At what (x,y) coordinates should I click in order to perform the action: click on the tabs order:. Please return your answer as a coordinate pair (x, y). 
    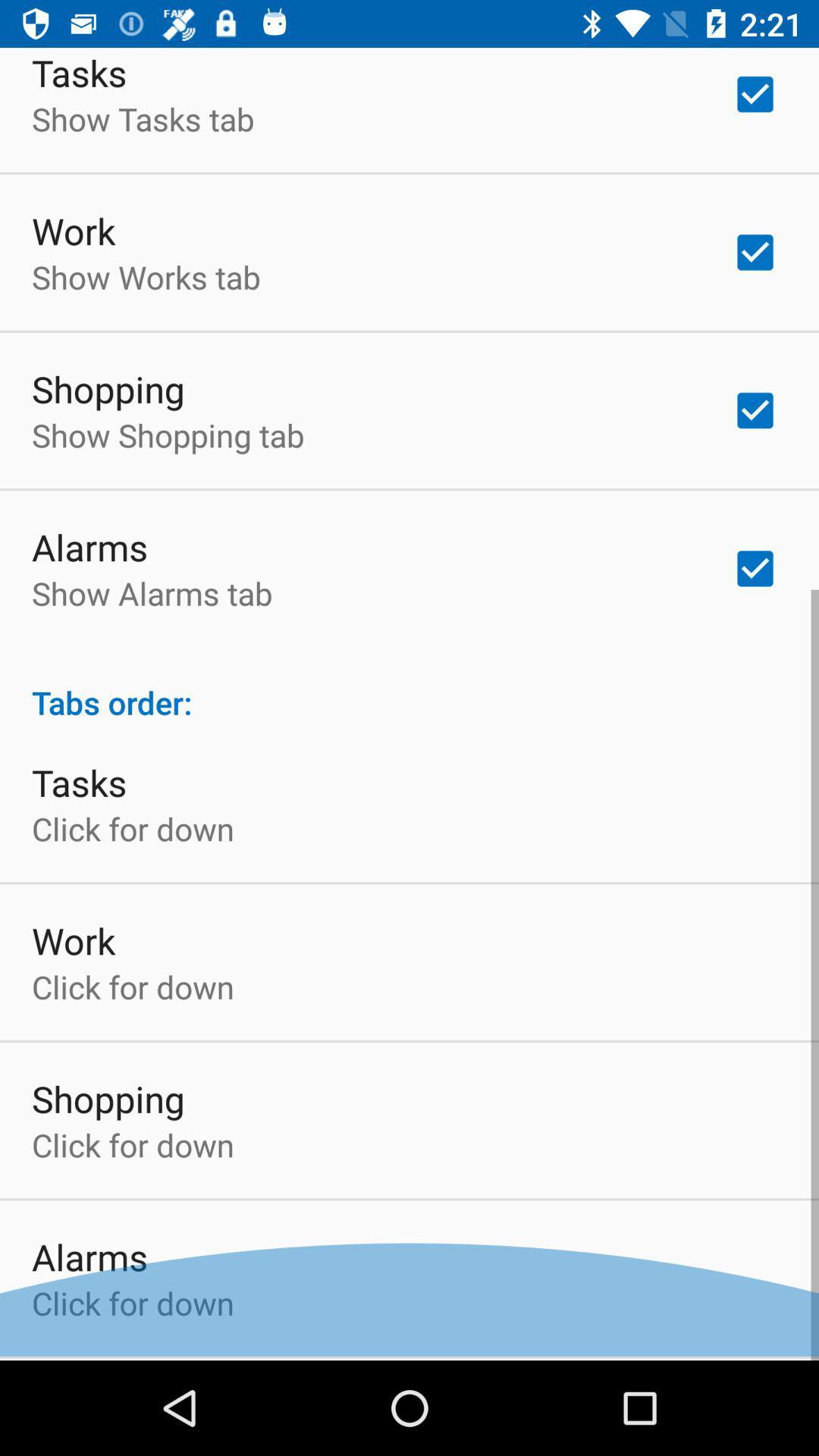
    Looking at the image, I should click on (409, 689).